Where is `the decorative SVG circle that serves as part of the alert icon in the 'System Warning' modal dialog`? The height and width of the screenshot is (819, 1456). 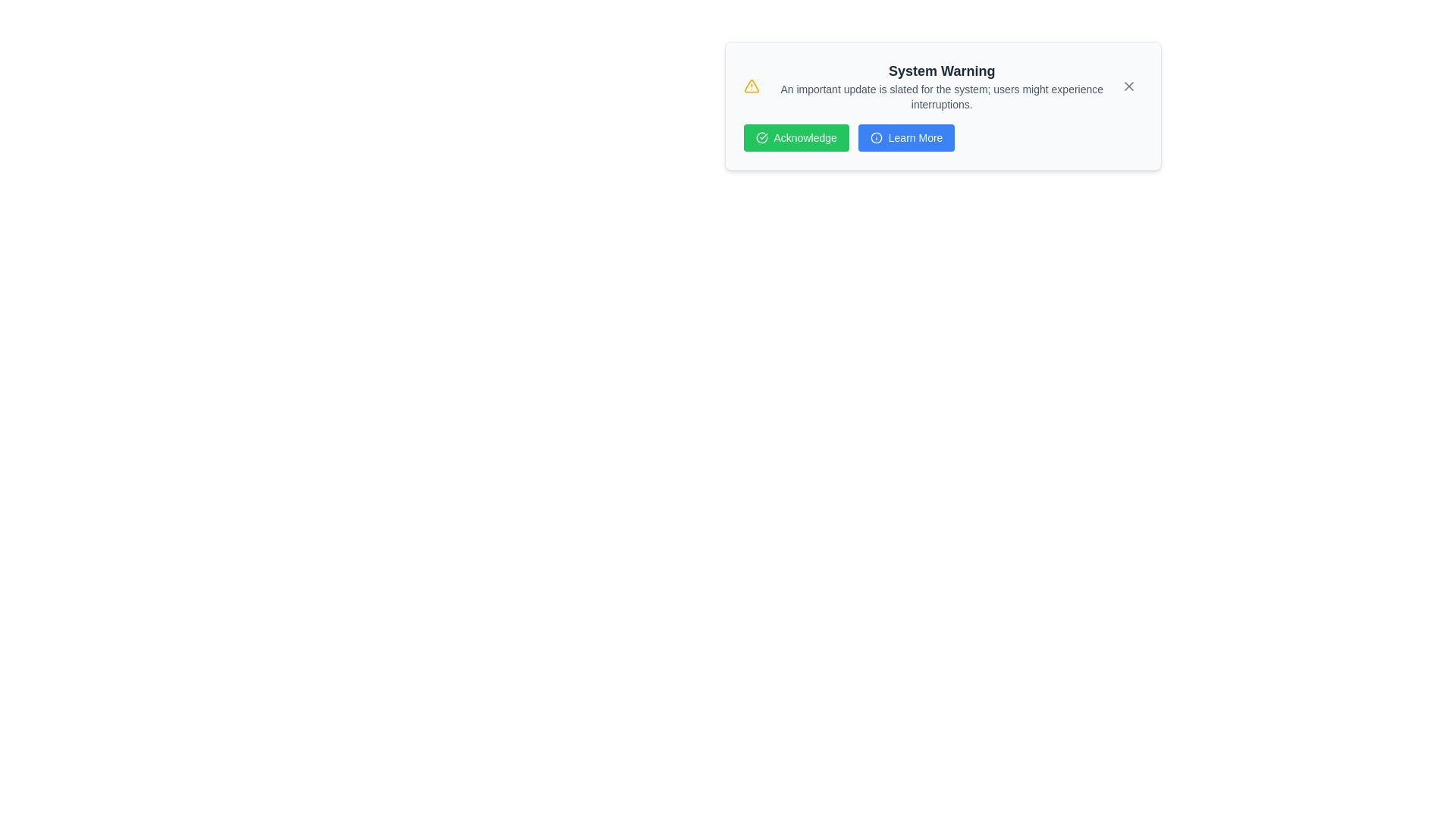 the decorative SVG circle that serves as part of the alert icon in the 'System Warning' modal dialog is located at coordinates (876, 137).